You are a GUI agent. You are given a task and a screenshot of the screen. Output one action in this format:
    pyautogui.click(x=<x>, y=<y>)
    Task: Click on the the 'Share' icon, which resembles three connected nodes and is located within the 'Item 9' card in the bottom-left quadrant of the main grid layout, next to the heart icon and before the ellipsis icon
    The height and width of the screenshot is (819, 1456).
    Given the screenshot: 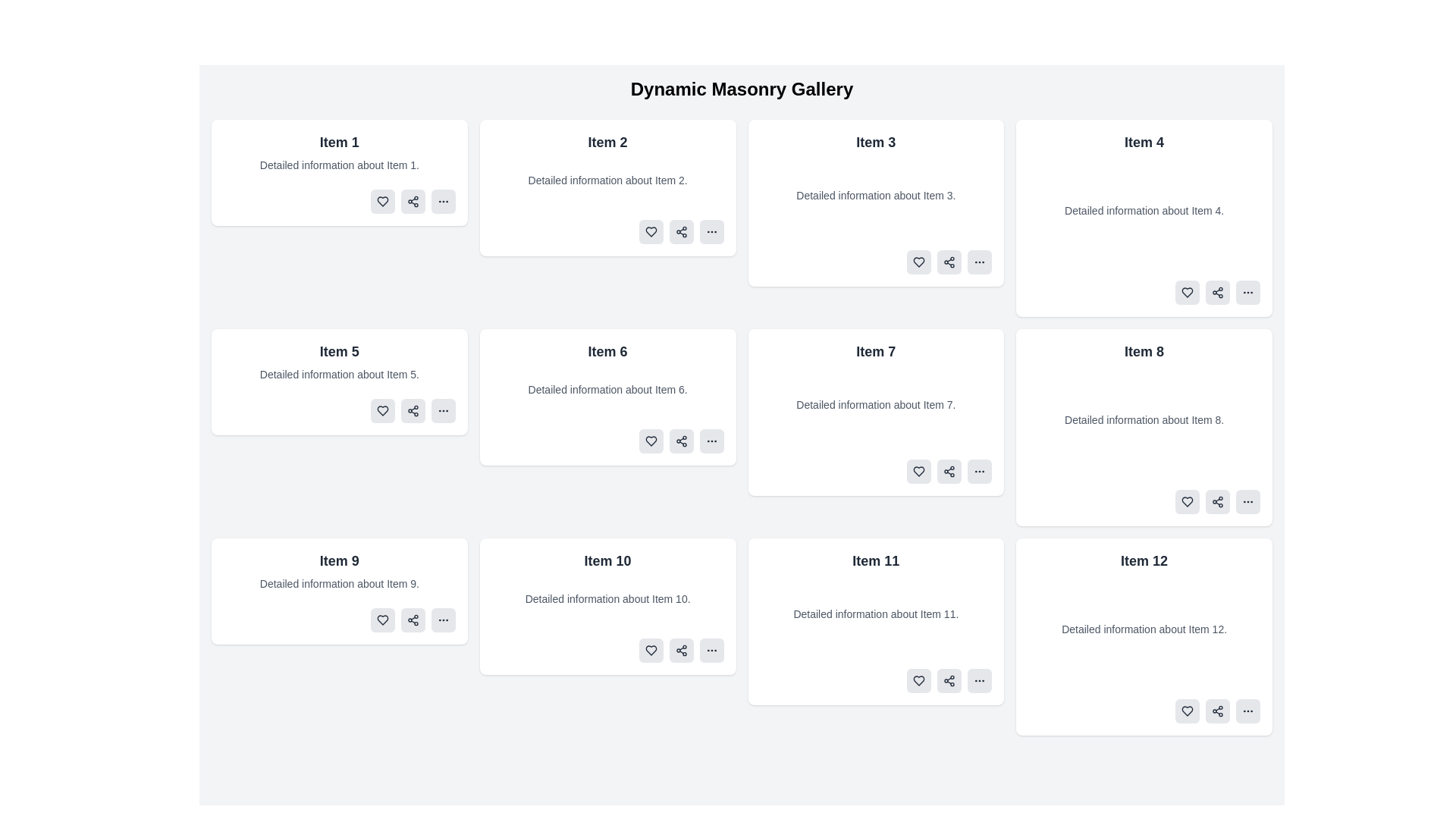 What is the action you would take?
    pyautogui.click(x=413, y=620)
    